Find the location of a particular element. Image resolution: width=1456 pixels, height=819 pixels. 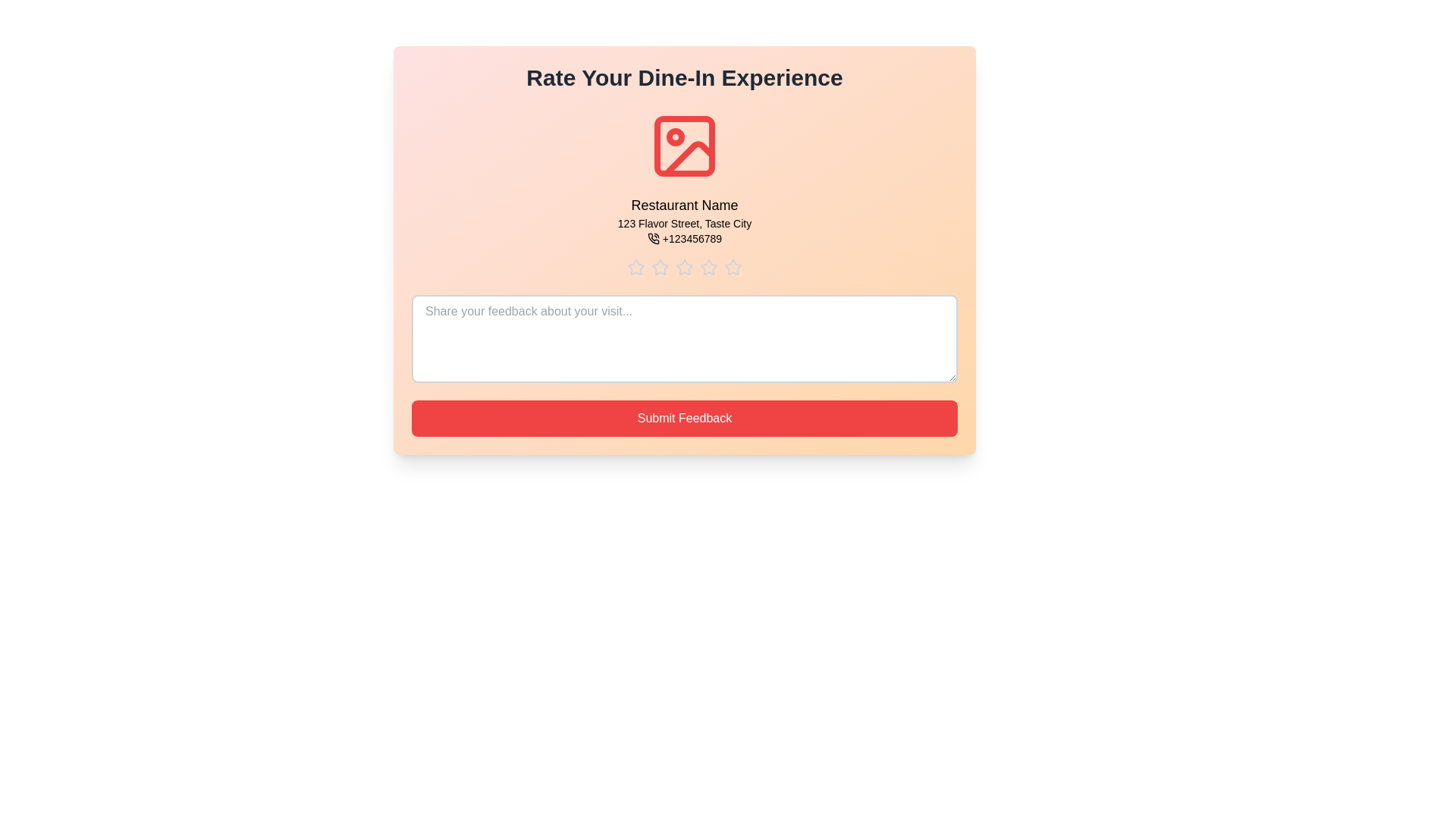

the restaurant image to view details is located at coordinates (683, 146).